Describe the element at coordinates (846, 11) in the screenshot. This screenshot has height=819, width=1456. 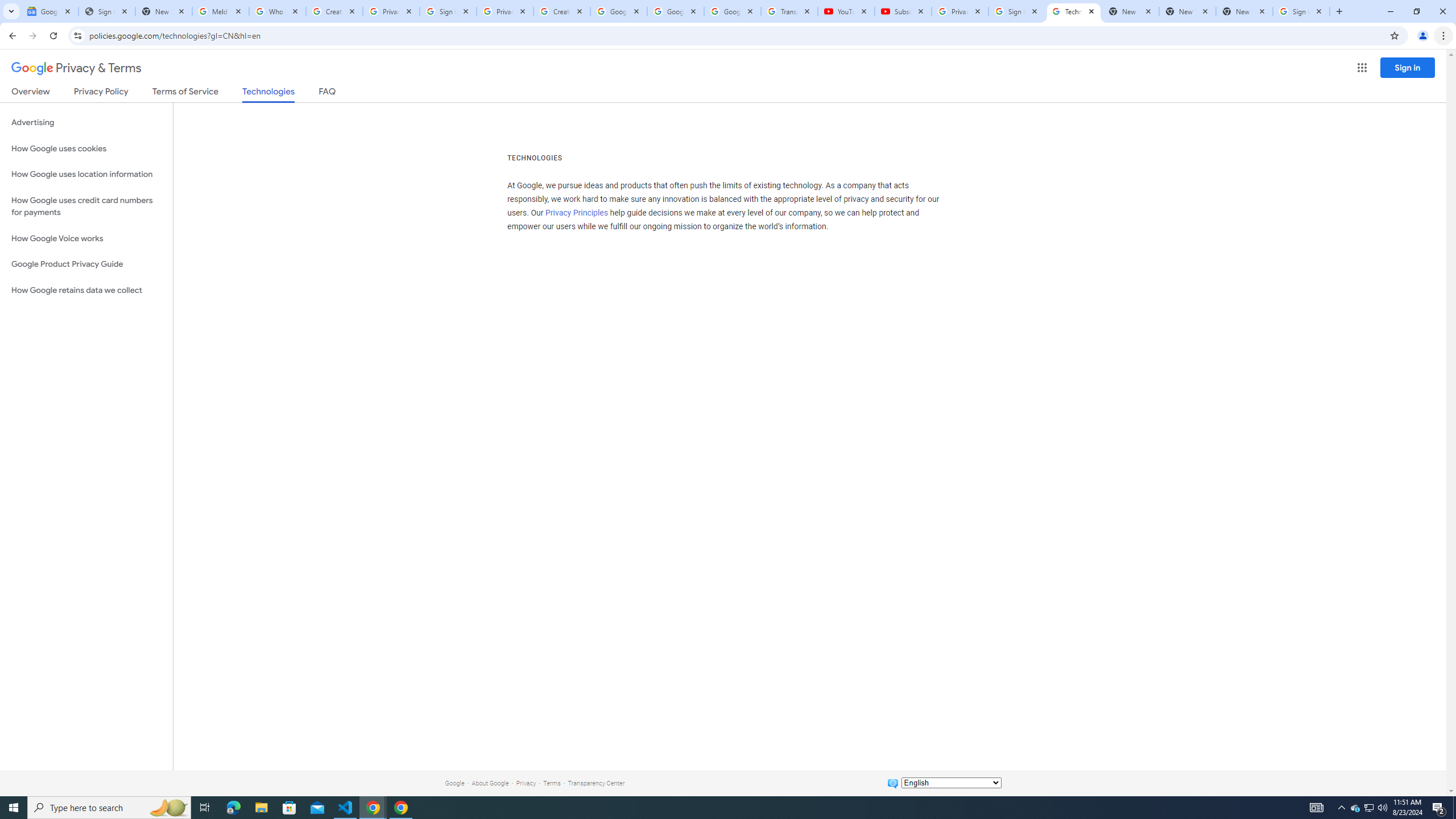
I see `'YouTube'` at that location.